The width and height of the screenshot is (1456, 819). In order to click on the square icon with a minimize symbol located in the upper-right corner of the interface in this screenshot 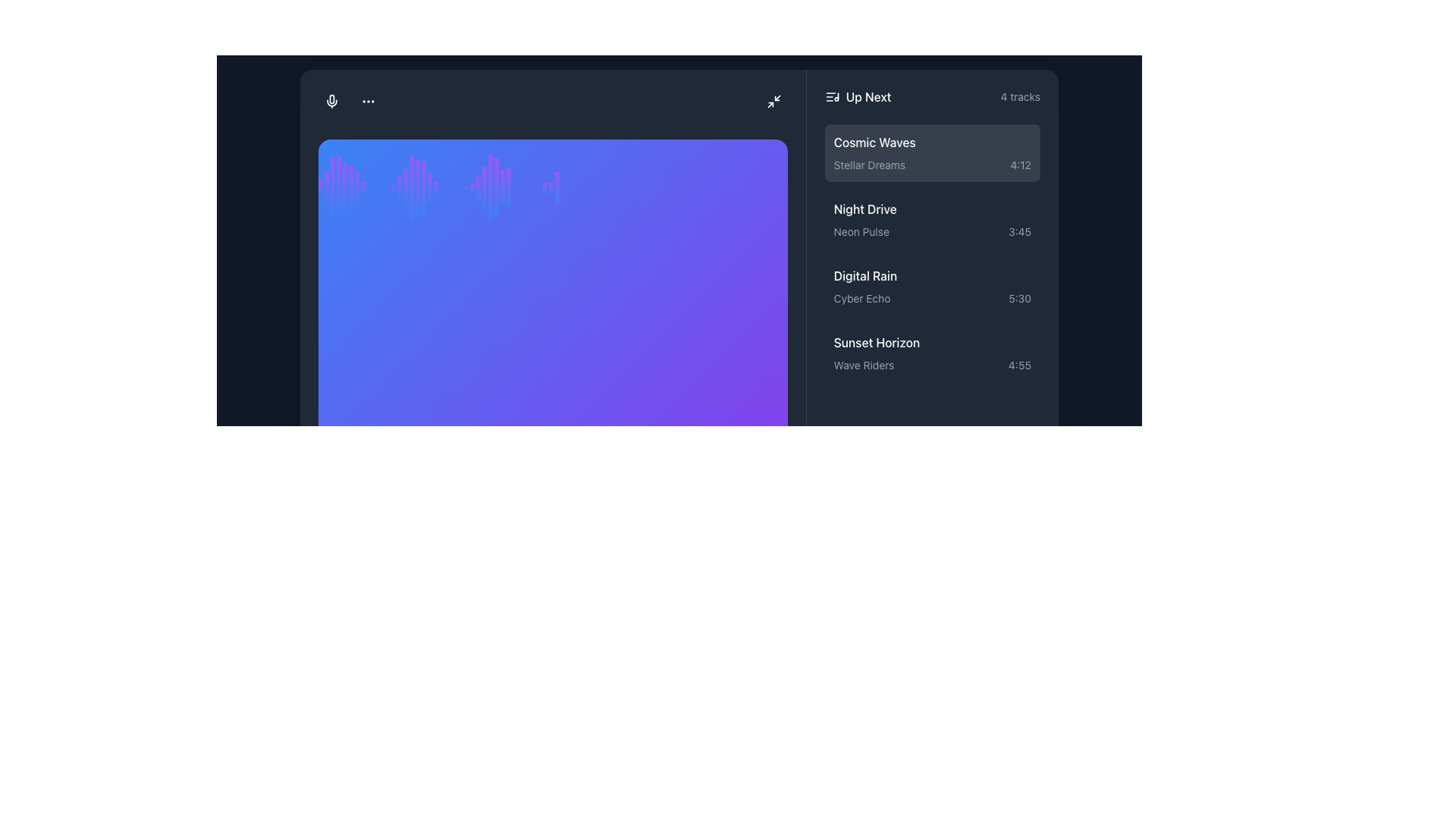, I will do `click(773, 101)`.